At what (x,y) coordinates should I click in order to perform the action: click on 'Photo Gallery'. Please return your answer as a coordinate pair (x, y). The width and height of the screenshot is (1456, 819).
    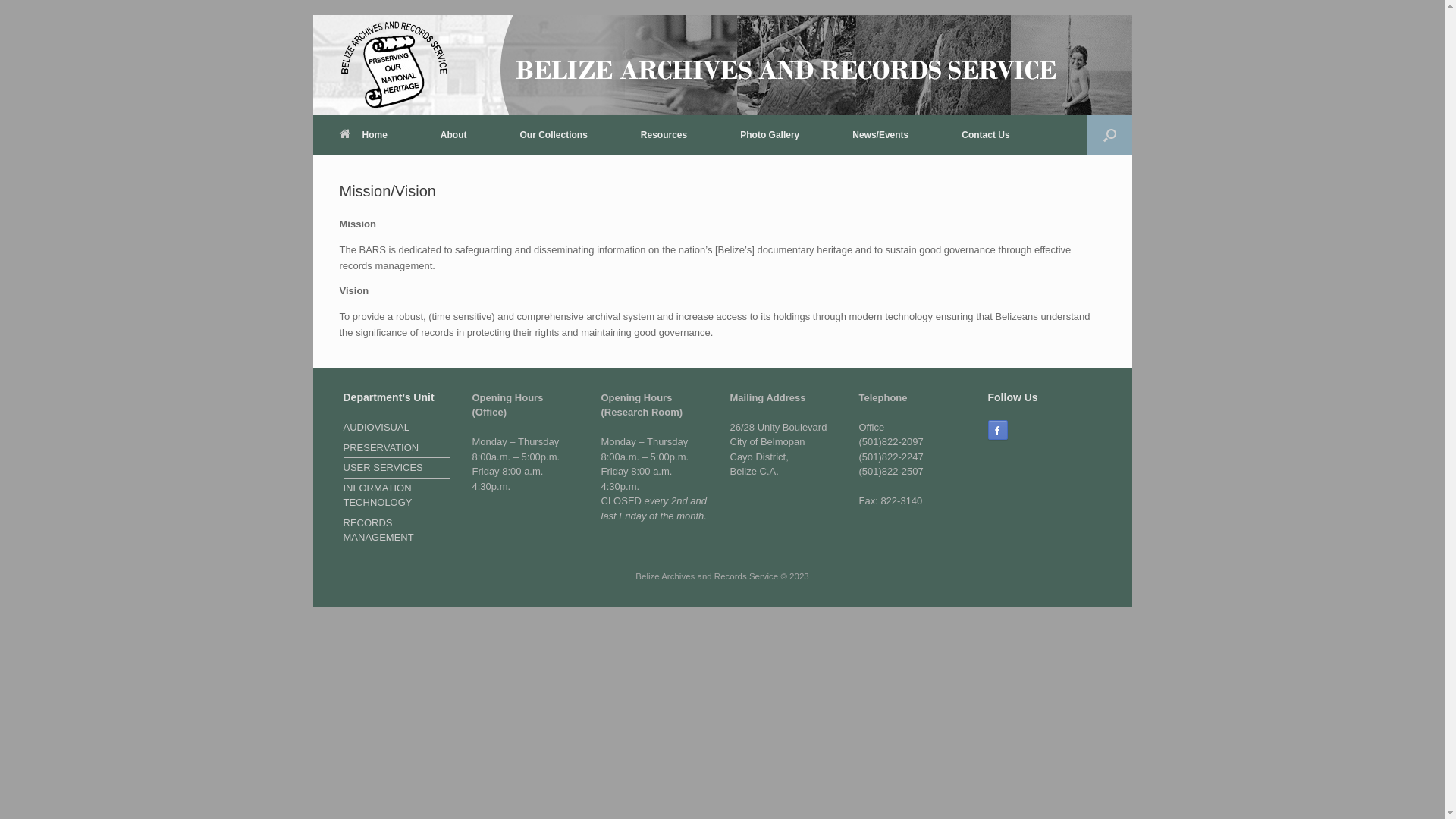
    Looking at the image, I should click on (769, 133).